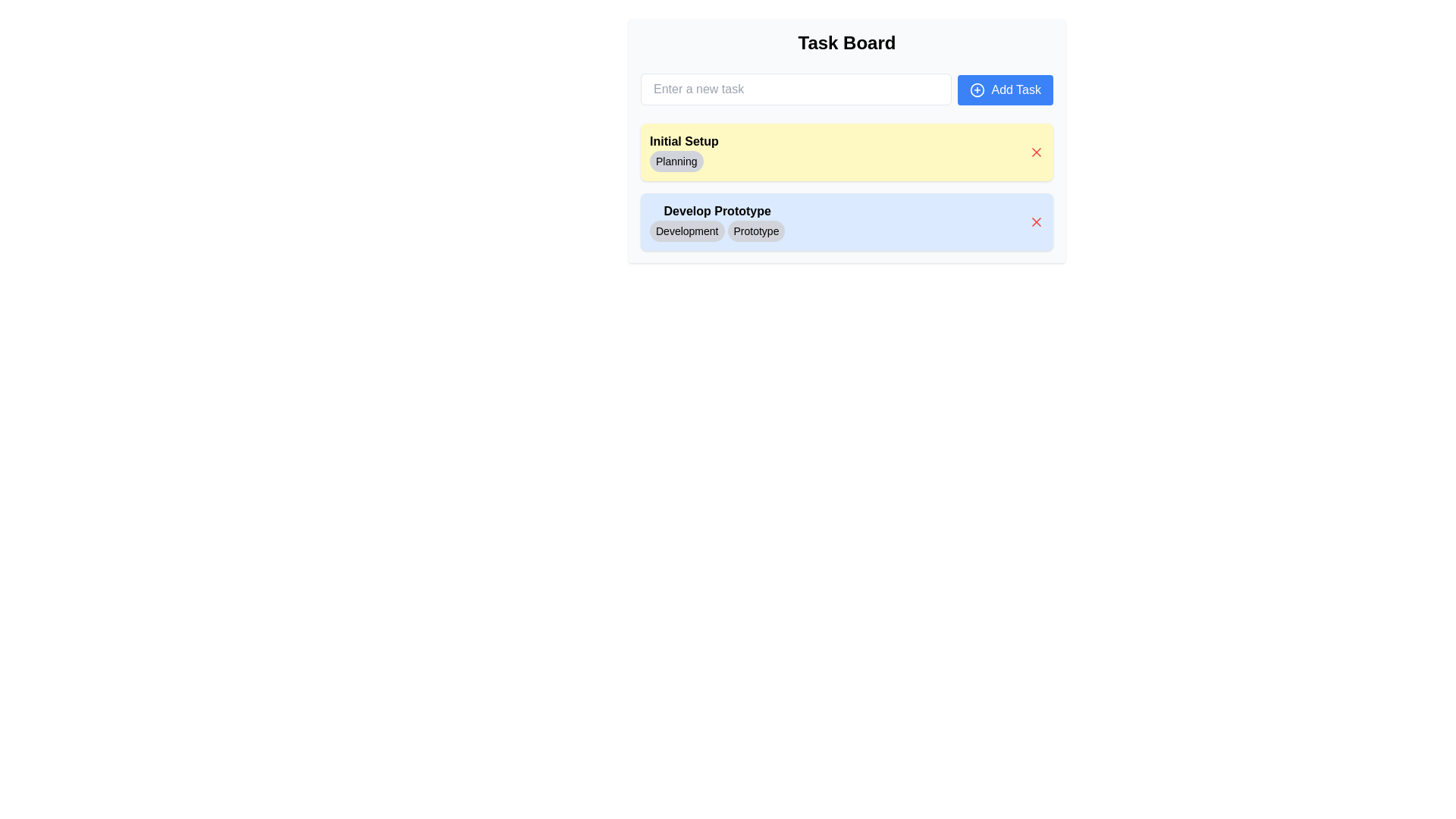  Describe the element at coordinates (977, 90) in the screenshot. I see `the icon representing the 'Add Task' functionality, located to the left of the 'Add Task' button's label` at that location.